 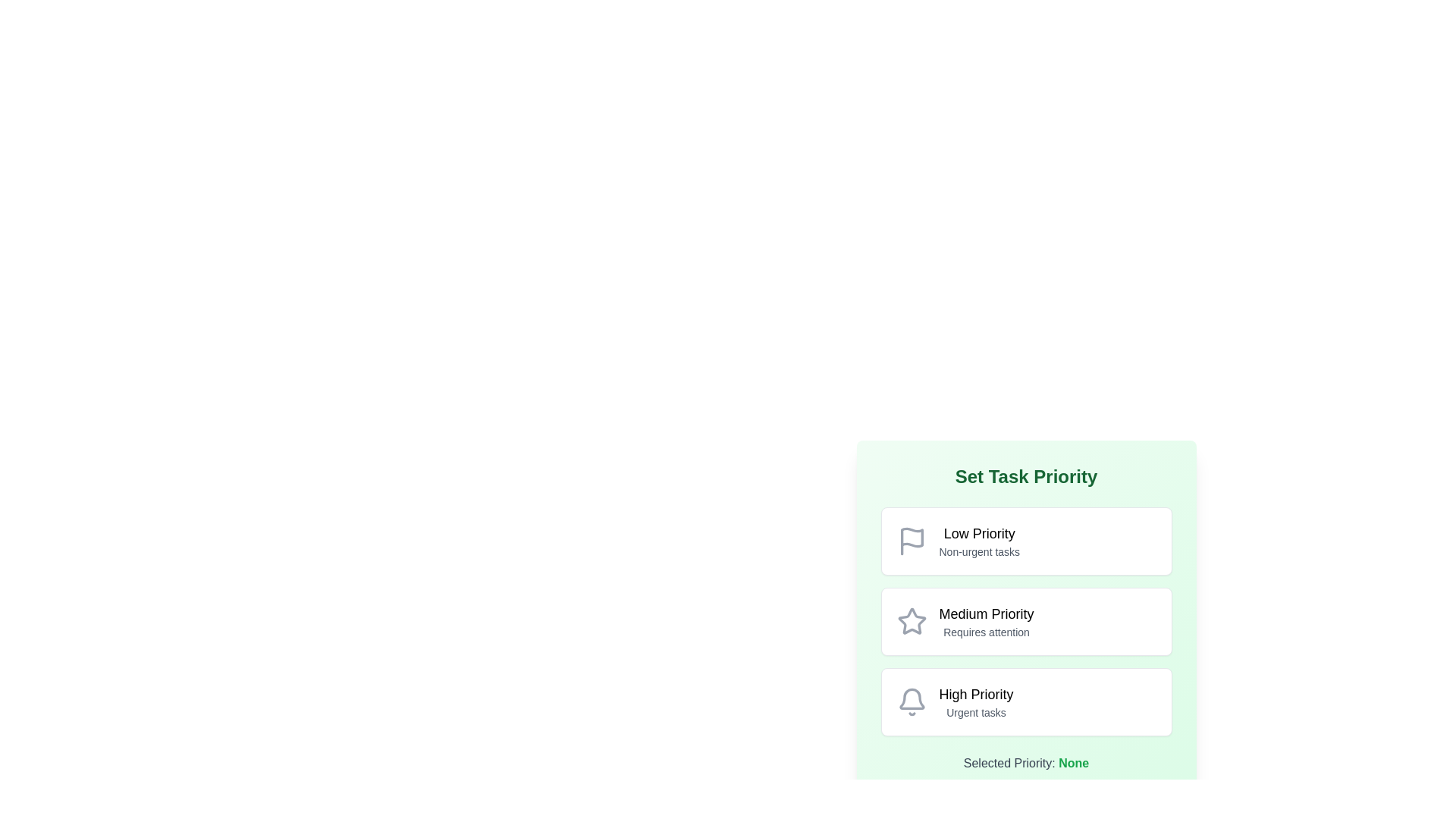 What do you see at coordinates (1009, 763) in the screenshot?
I see `the text label reading 'Selected Priority:' styled in gray, located at the bottom of the interface, to the left of 'None'` at bounding box center [1009, 763].